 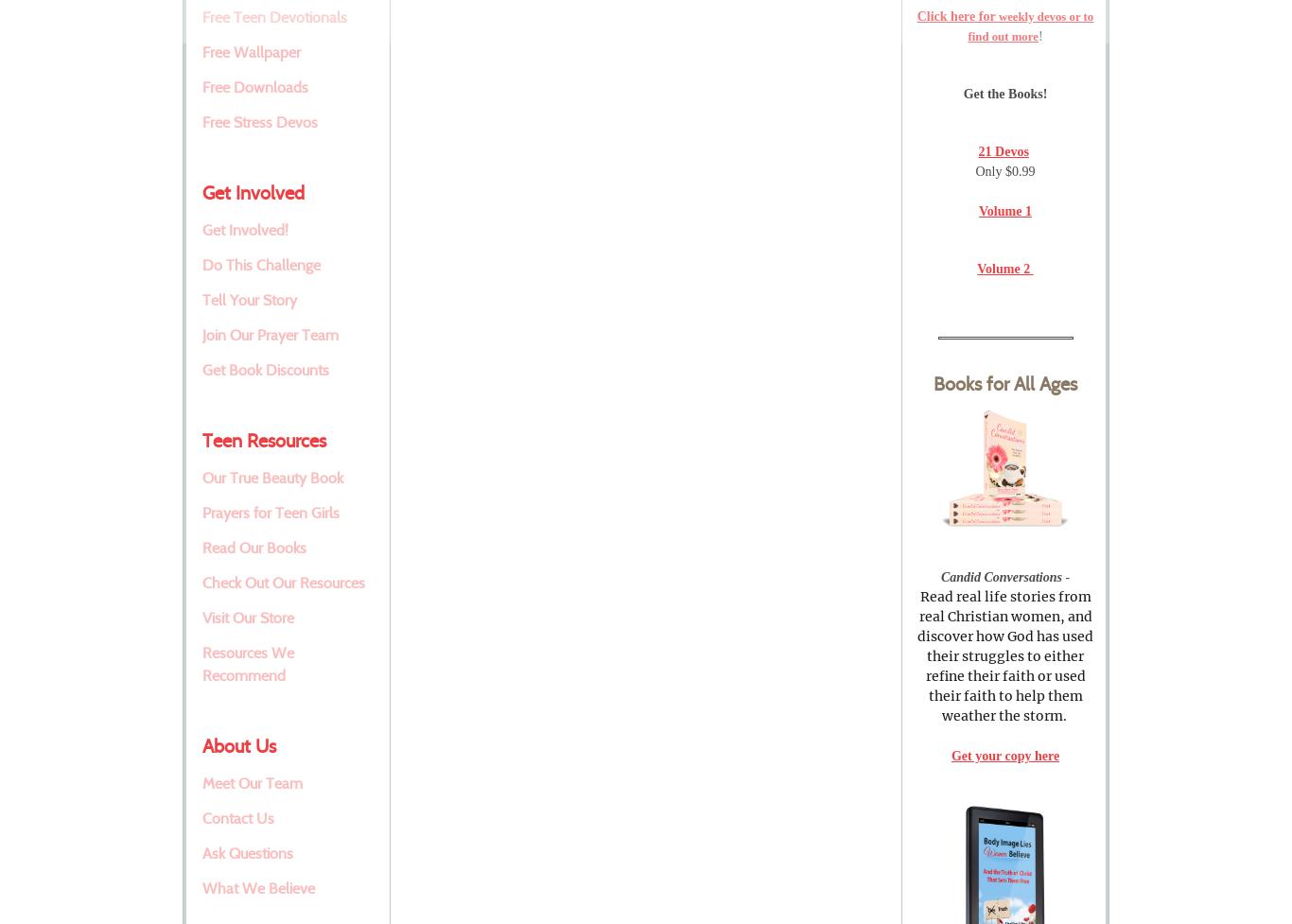 What do you see at coordinates (259, 122) in the screenshot?
I see `'Free Stress Devos'` at bounding box center [259, 122].